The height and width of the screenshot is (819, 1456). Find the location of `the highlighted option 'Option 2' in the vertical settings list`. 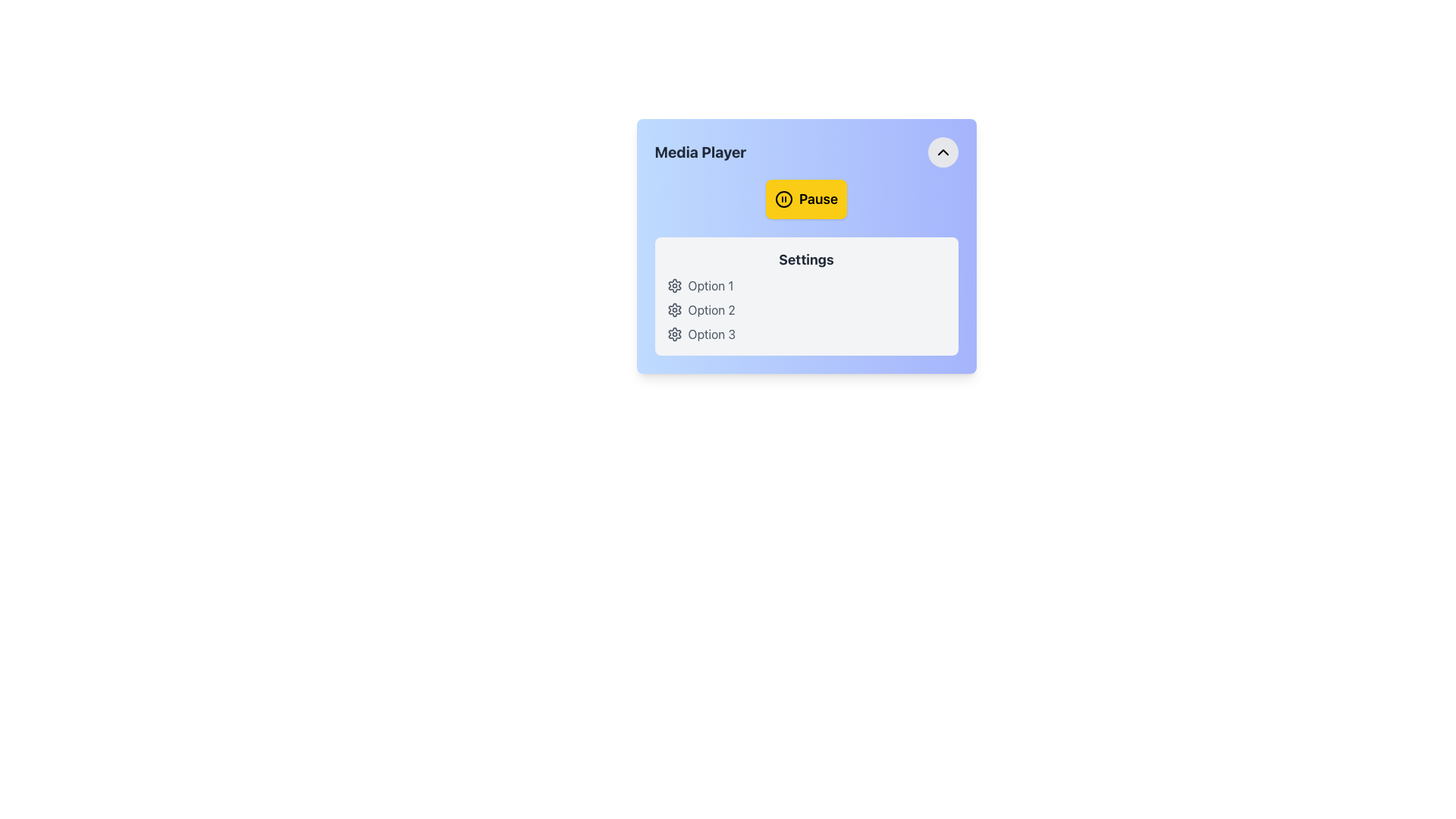

the highlighted option 'Option 2' in the vertical settings list is located at coordinates (805, 309).